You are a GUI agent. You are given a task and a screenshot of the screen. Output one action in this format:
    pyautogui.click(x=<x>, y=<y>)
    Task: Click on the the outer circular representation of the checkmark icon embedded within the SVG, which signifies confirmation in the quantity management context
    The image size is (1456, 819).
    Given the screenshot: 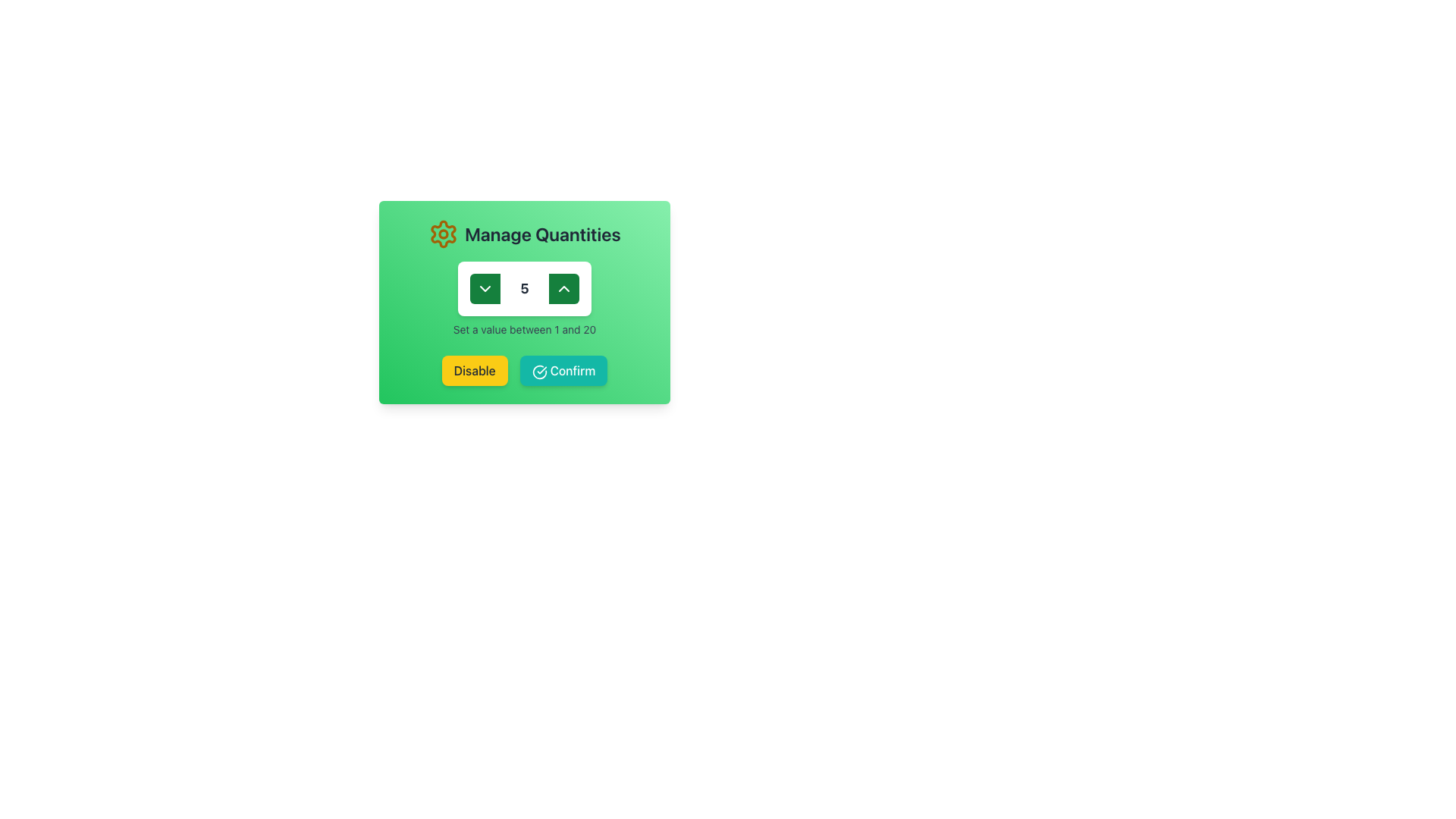 What is the action you would take?
    pyautogui.click(x=539, y=372)
    